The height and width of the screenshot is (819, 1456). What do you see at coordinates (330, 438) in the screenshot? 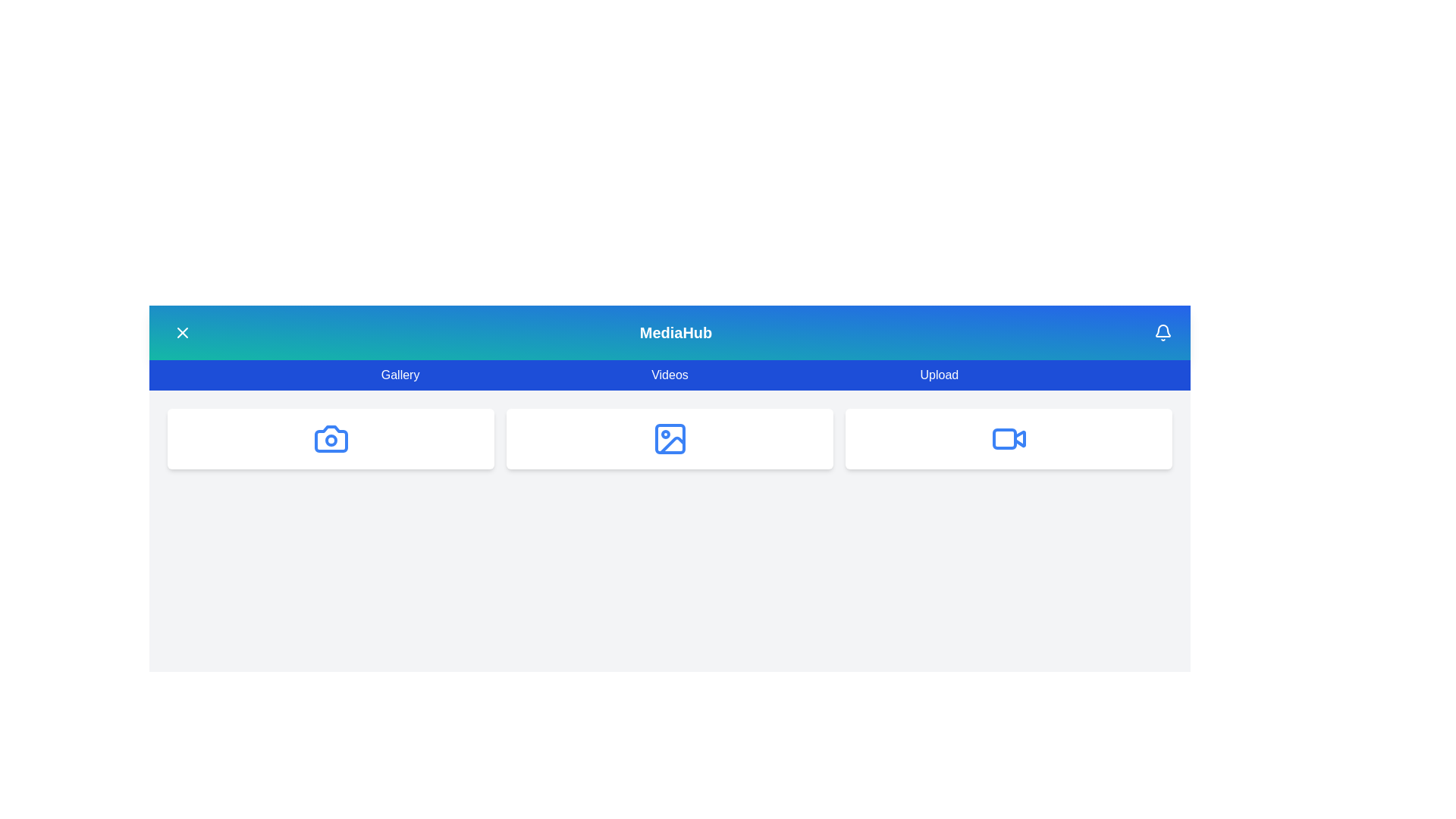
I see `the camera icon card` at bounding box center [330, 438].